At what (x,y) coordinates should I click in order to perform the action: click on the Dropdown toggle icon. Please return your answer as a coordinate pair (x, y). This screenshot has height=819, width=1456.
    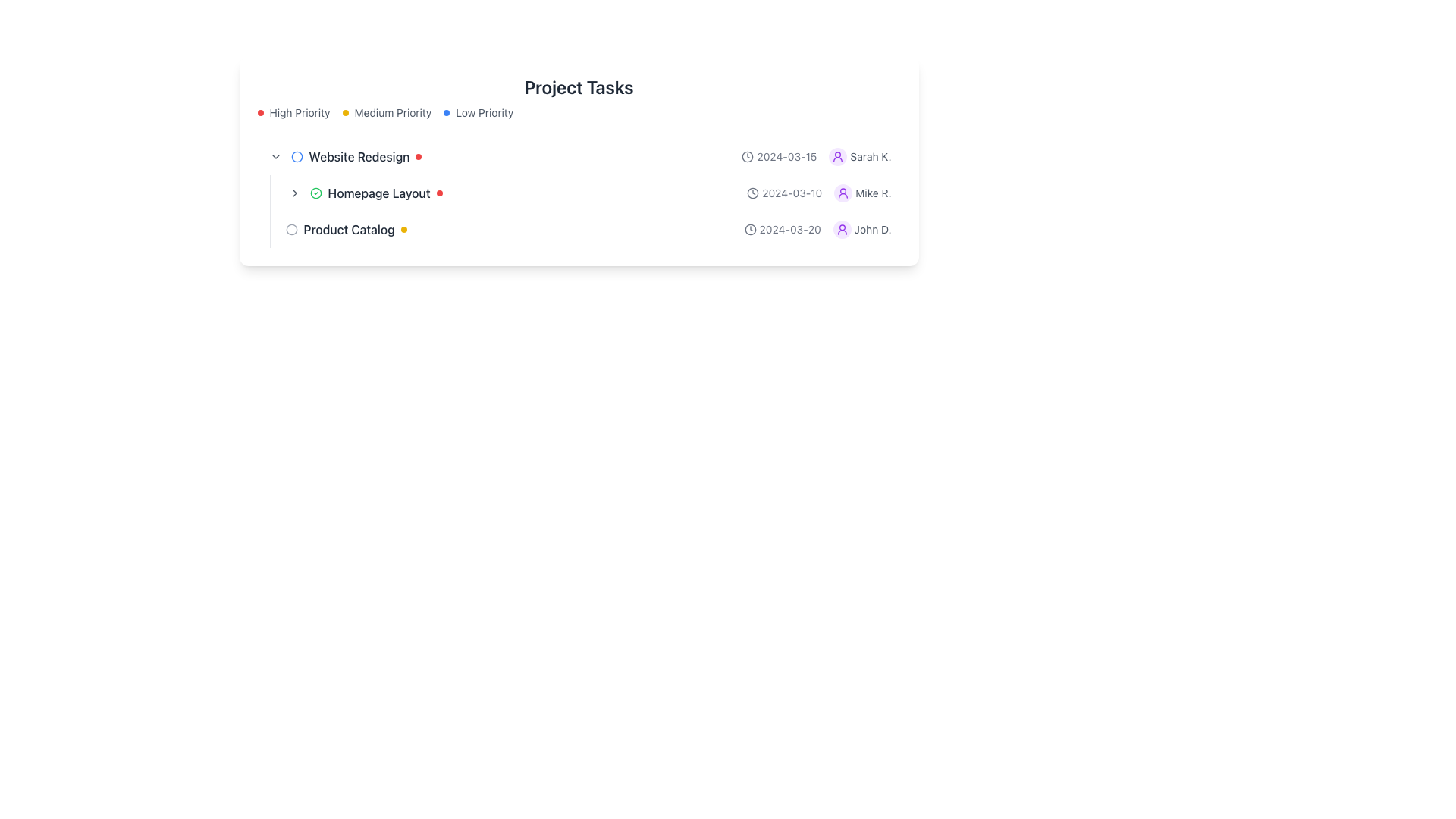
    Looking at the image, I should click on (275, 157).